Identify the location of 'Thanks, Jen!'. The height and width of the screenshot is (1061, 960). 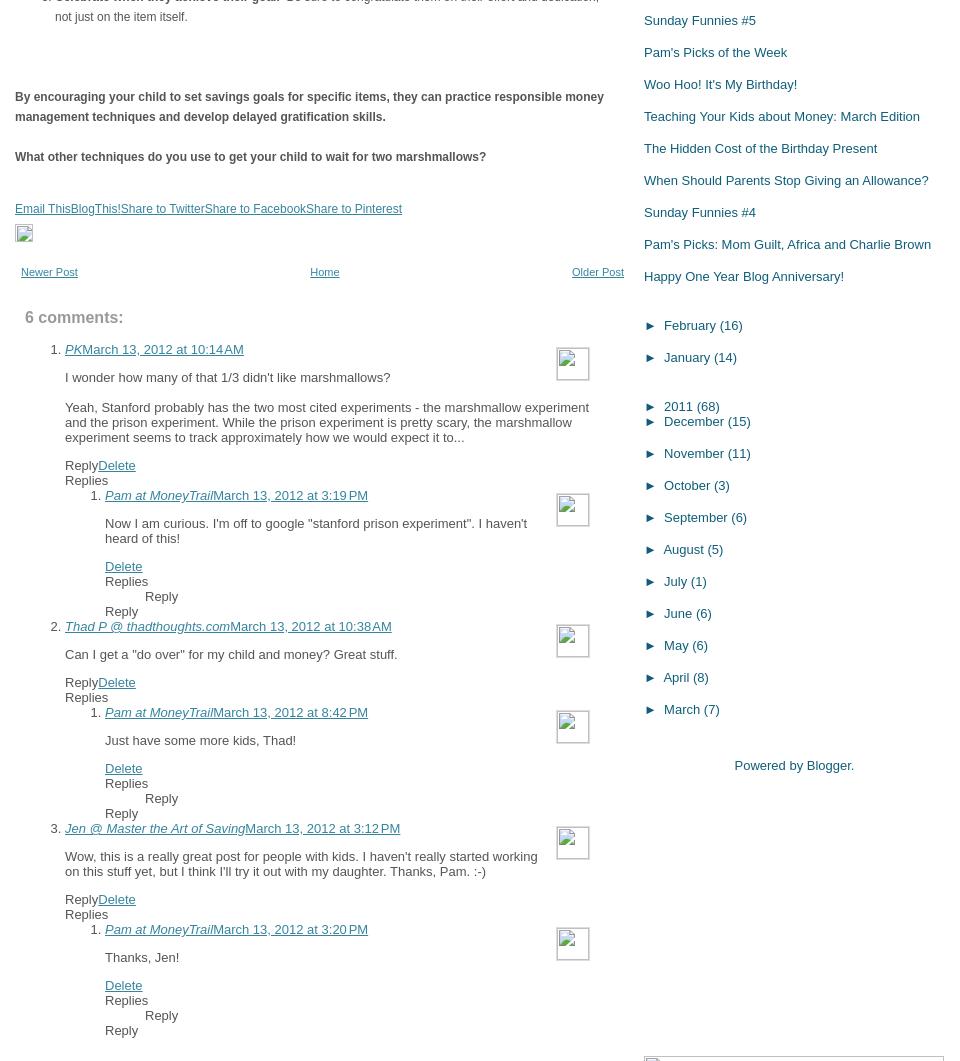
(140, 956).